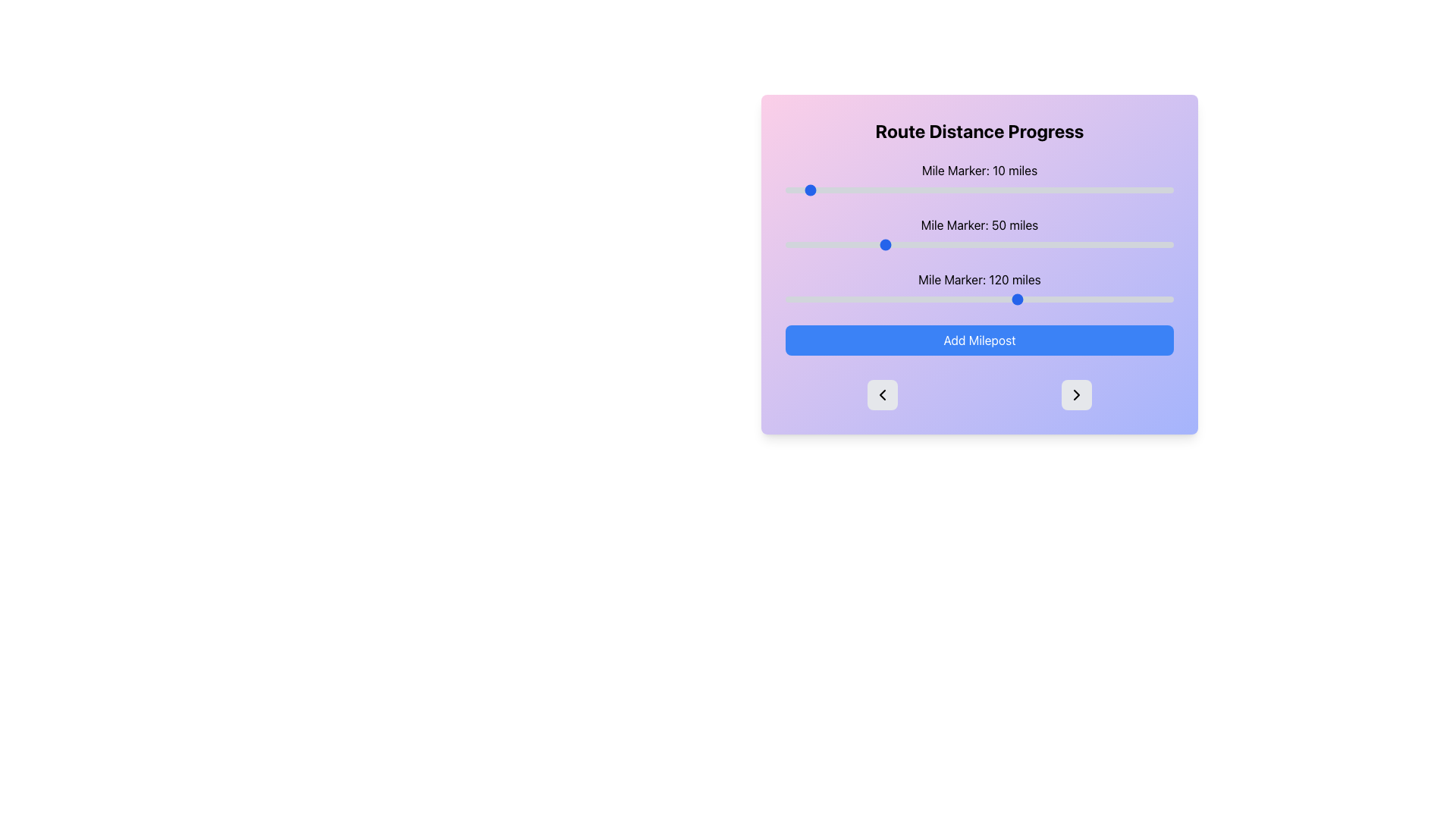 This screenshot has width=1456, height=819. Describe the element at coordinates (882, 394) in the screenshot. I see `the left-facing arrow icon inside the circular button located at the bottom-left of the interface card` at that location.